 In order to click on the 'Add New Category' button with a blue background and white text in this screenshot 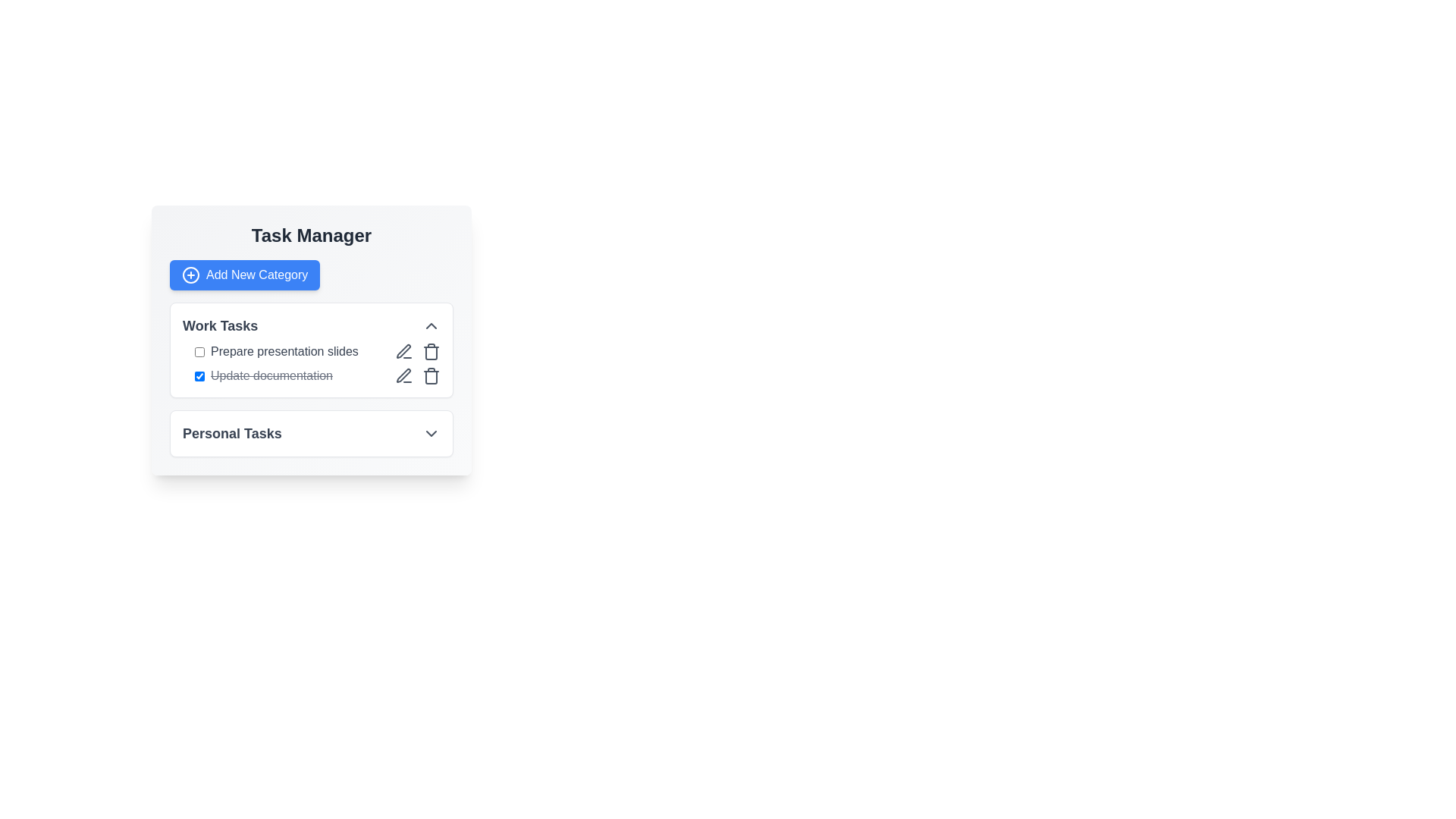, I will do `click(245, 275)`.